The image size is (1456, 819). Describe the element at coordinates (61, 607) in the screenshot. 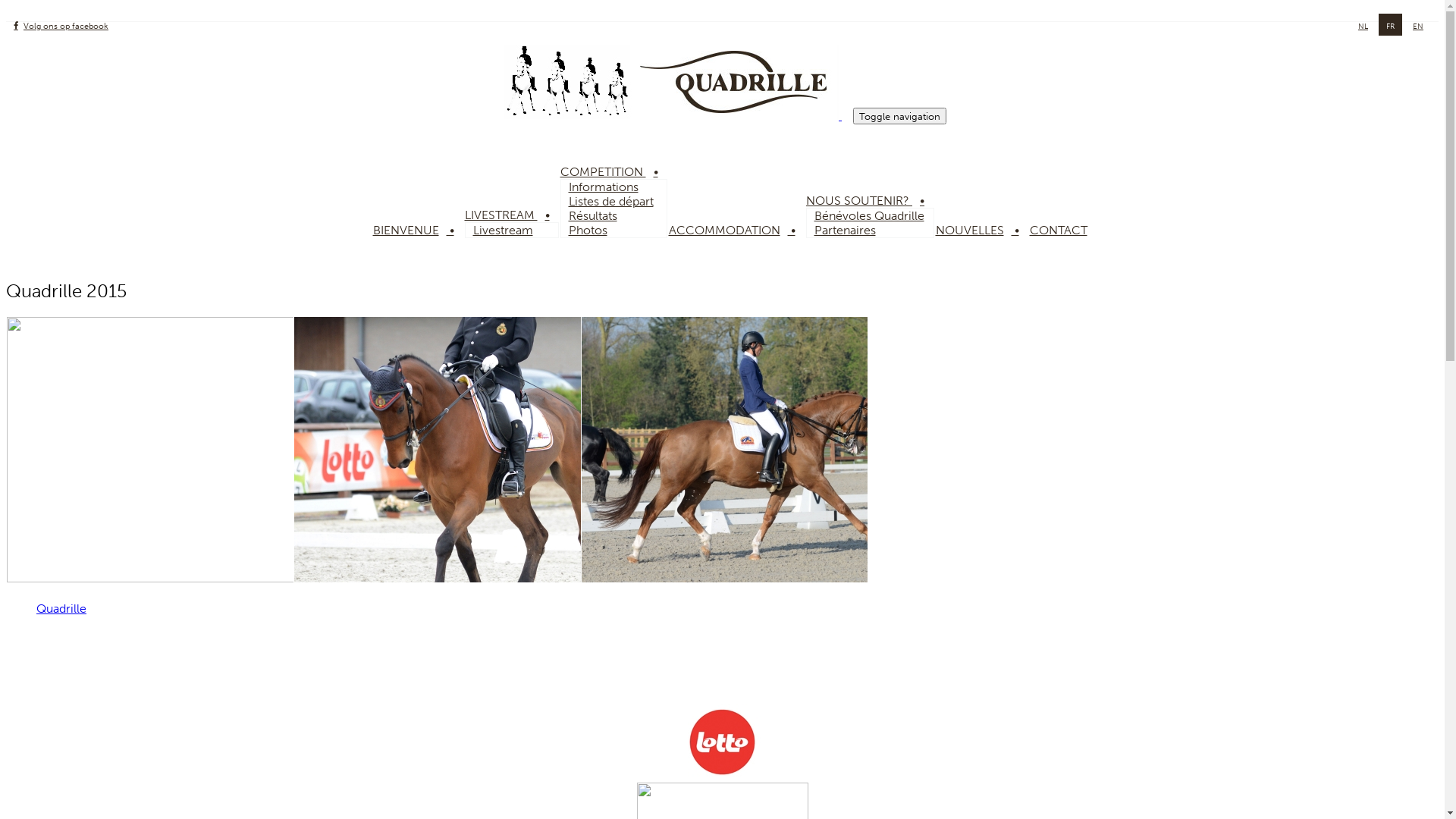

I see `'Quadrille'` at that location.